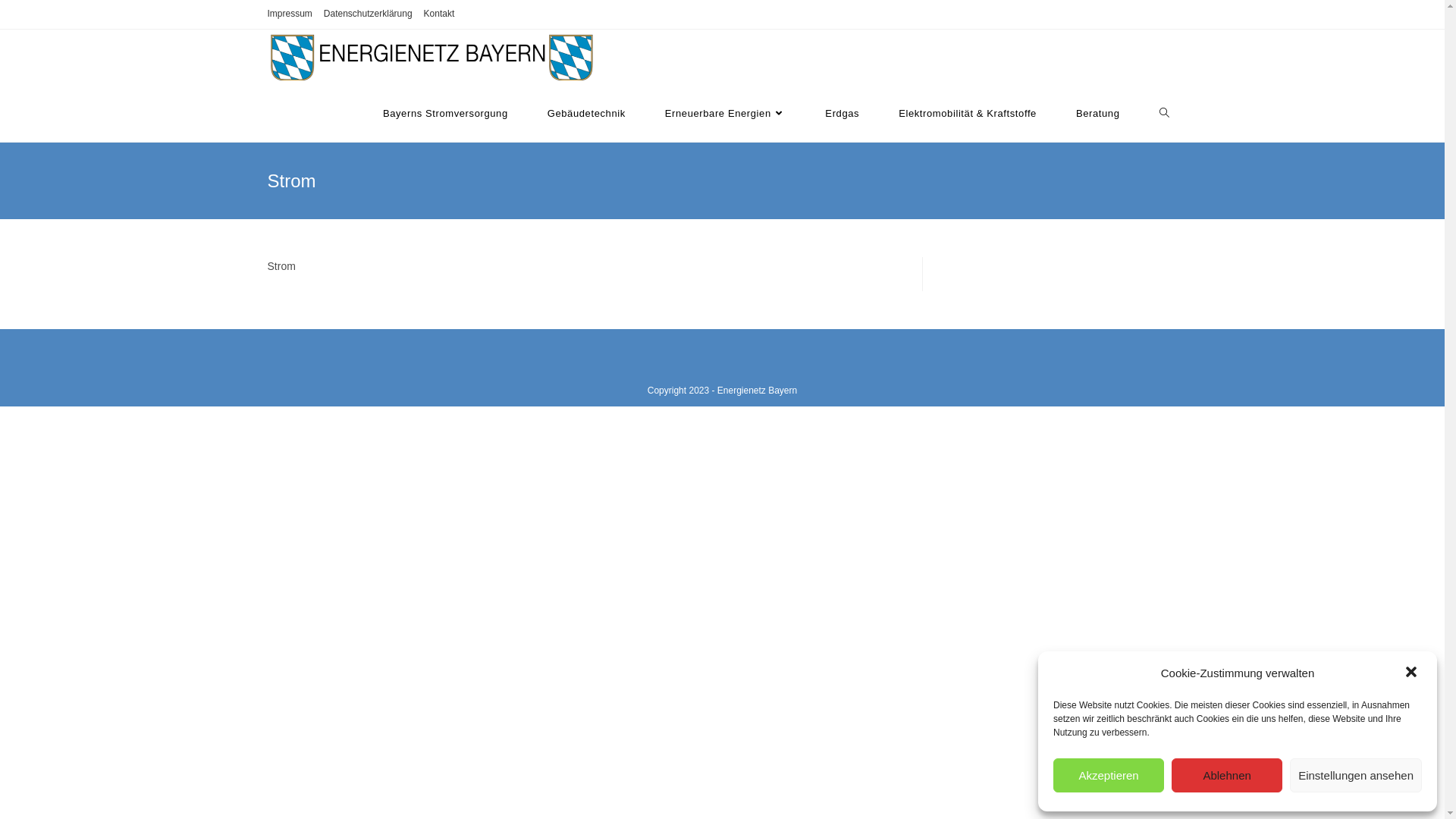  I want to click on 'Bayerns Stromversorgung', so click(444, 113).